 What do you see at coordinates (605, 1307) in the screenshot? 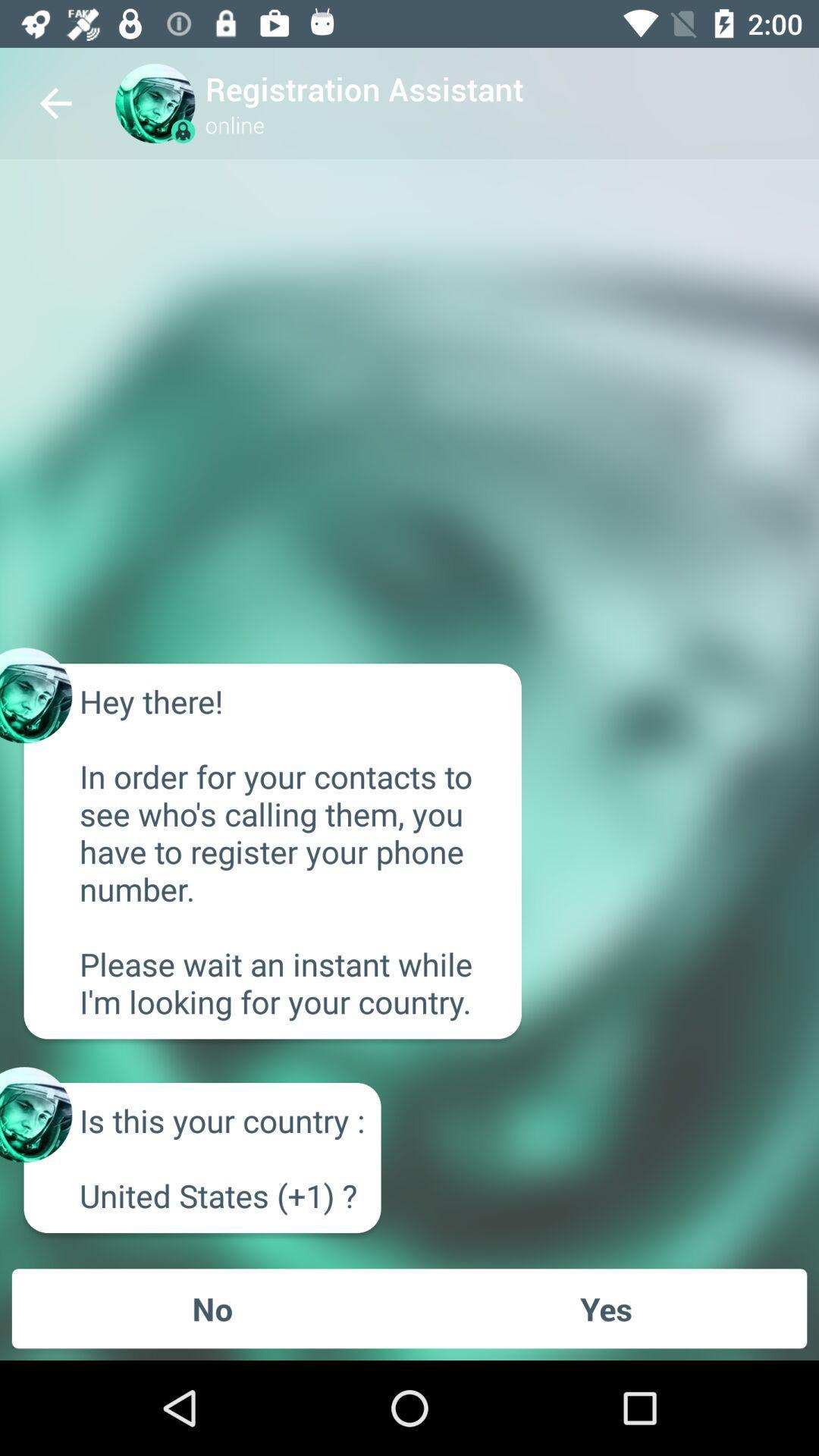
I see `the item at the bottom right corner` at bounding box center [605, 1307].